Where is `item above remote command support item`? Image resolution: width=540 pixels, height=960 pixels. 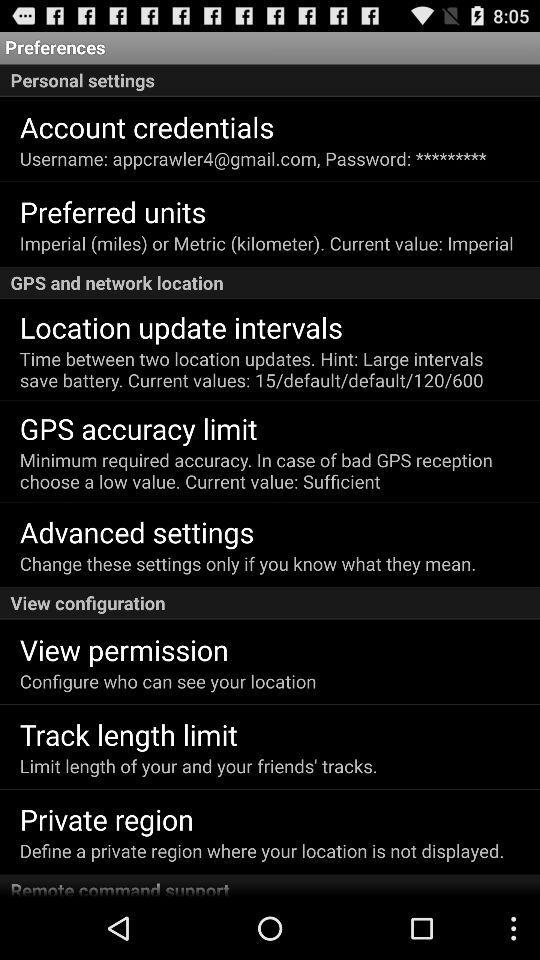
item above remote command support item is located at coordinates (262, 849).